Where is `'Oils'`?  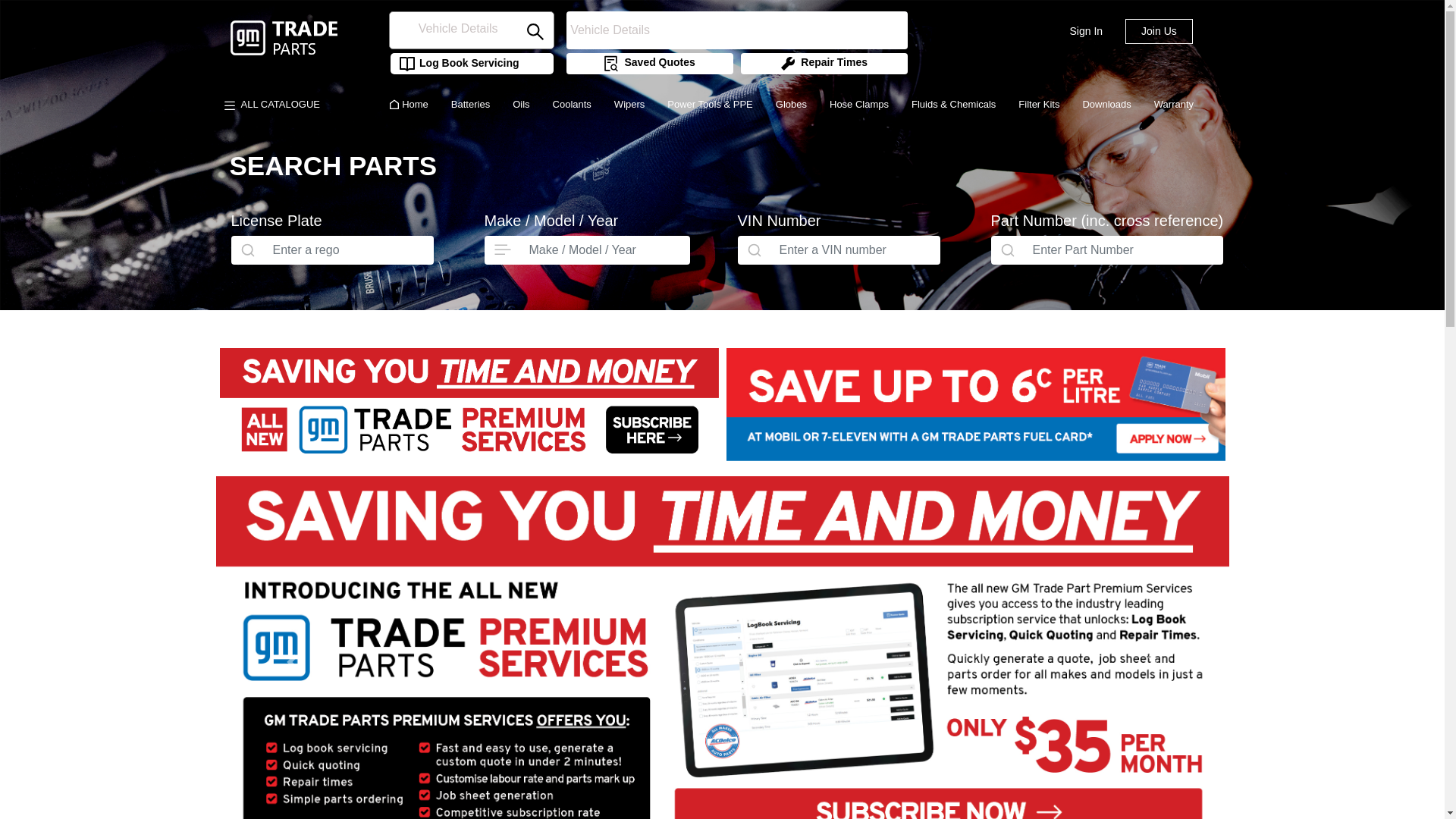
'Oils' is located at coordinates (520, 104).